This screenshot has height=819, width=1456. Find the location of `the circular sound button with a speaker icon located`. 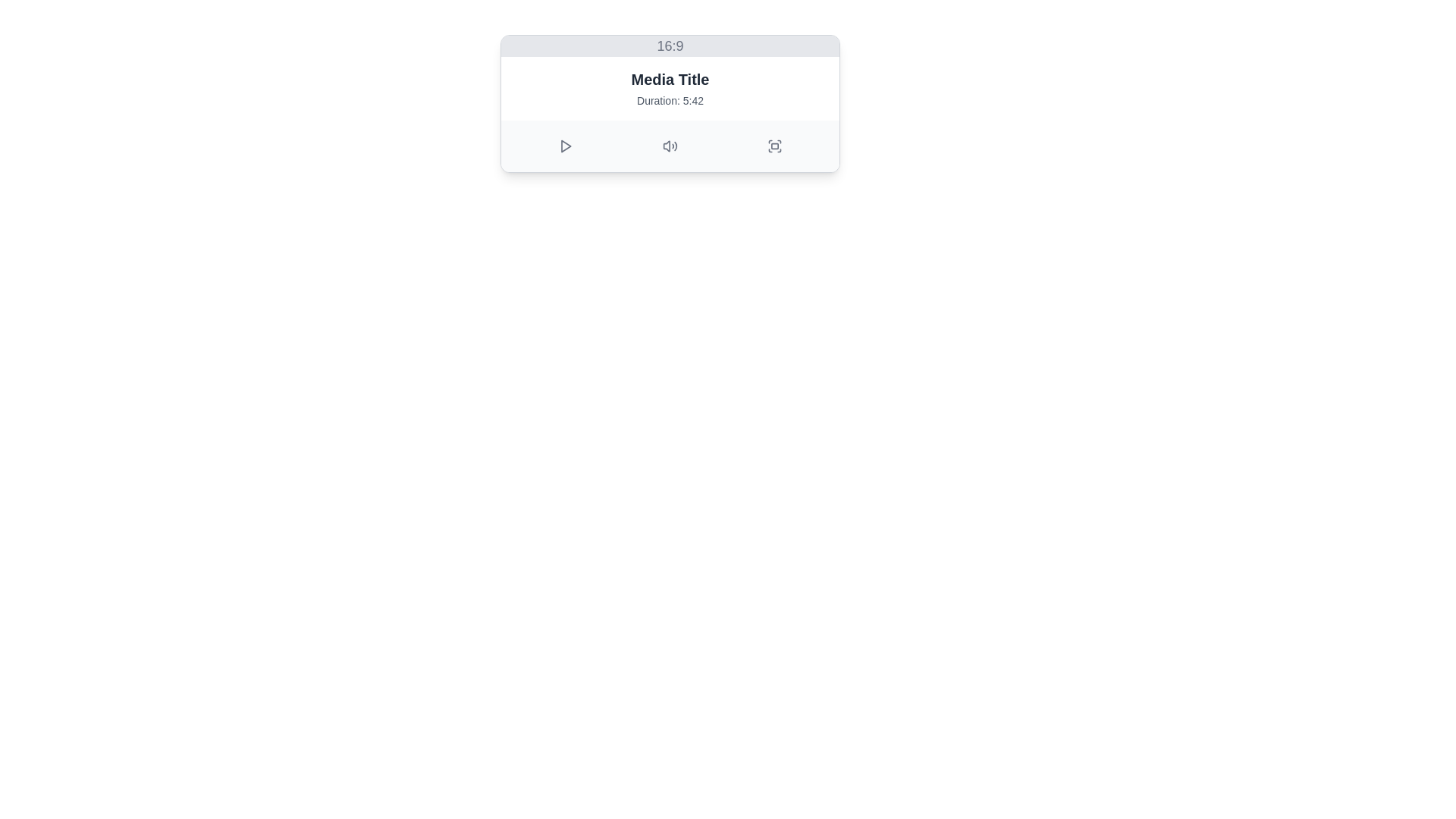

the circular sound button with a speaker icon located is located at coordinates (669, 146).